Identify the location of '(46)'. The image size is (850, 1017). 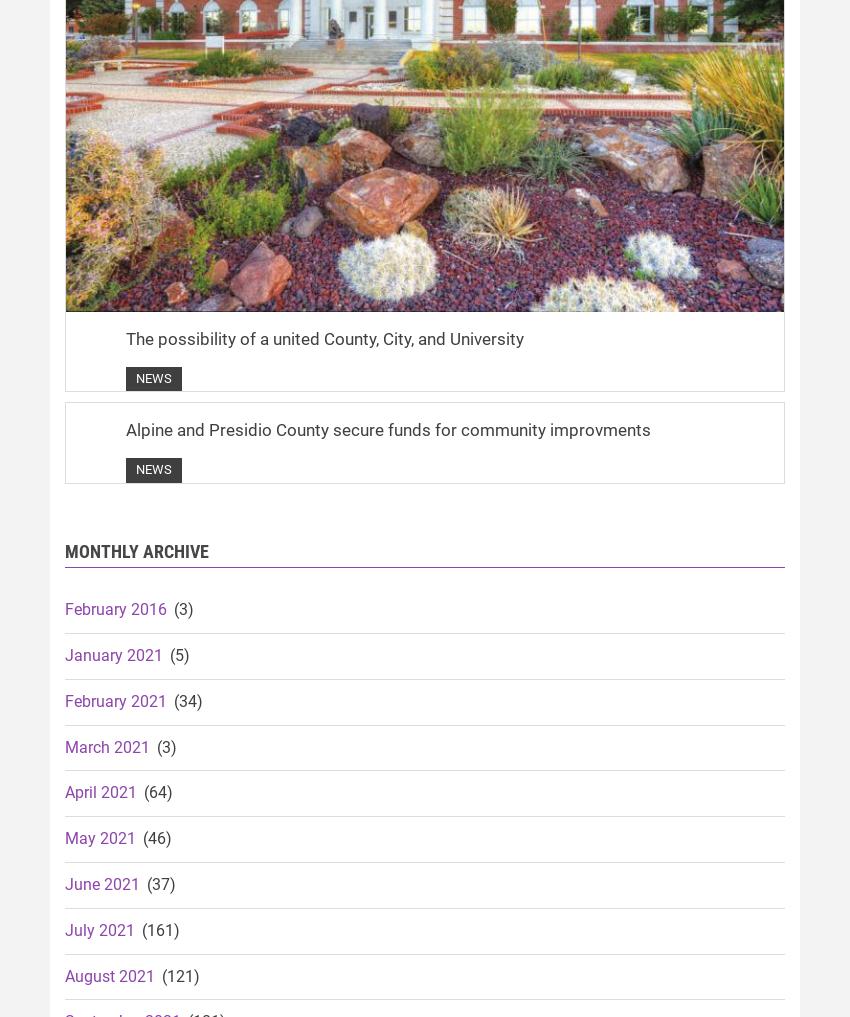
(155, 837).